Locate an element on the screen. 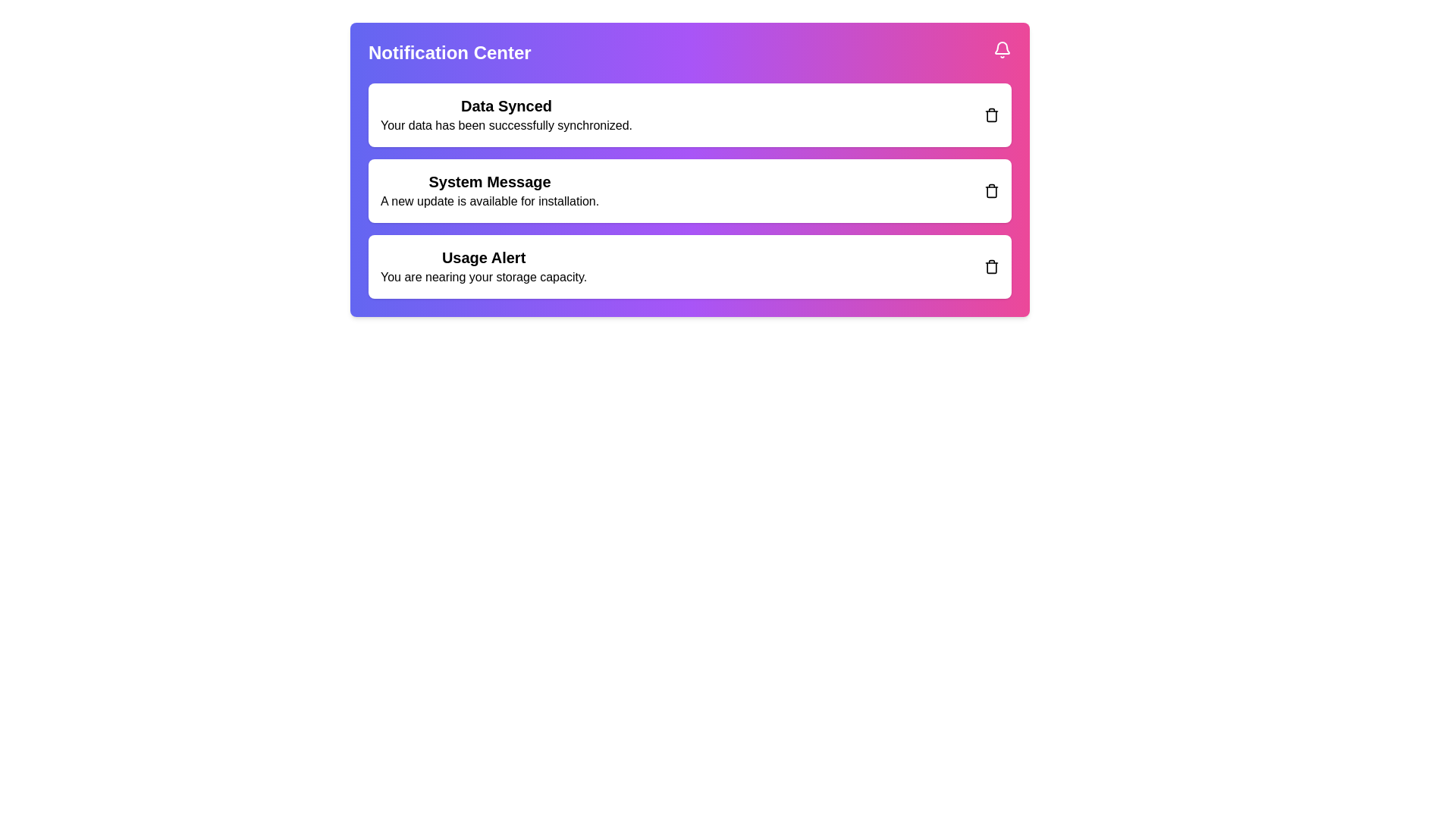  the text display that states 'You are nearing your storage capacity.' which is located below the 'Usage Alert' heading in the notification card is located at coordinates (483, 278).